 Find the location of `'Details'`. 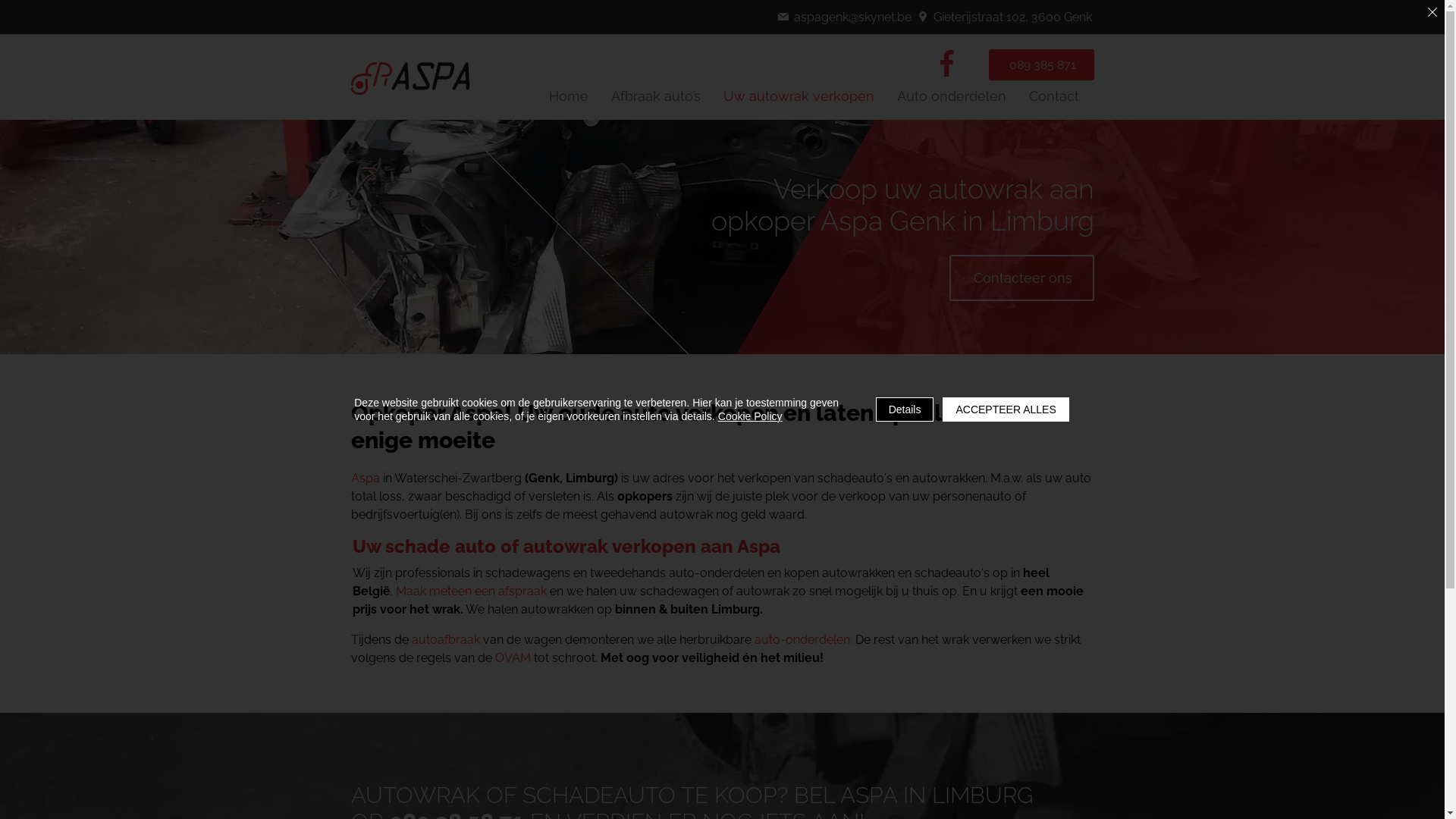

'Details' is located at coordinates (905, 409).